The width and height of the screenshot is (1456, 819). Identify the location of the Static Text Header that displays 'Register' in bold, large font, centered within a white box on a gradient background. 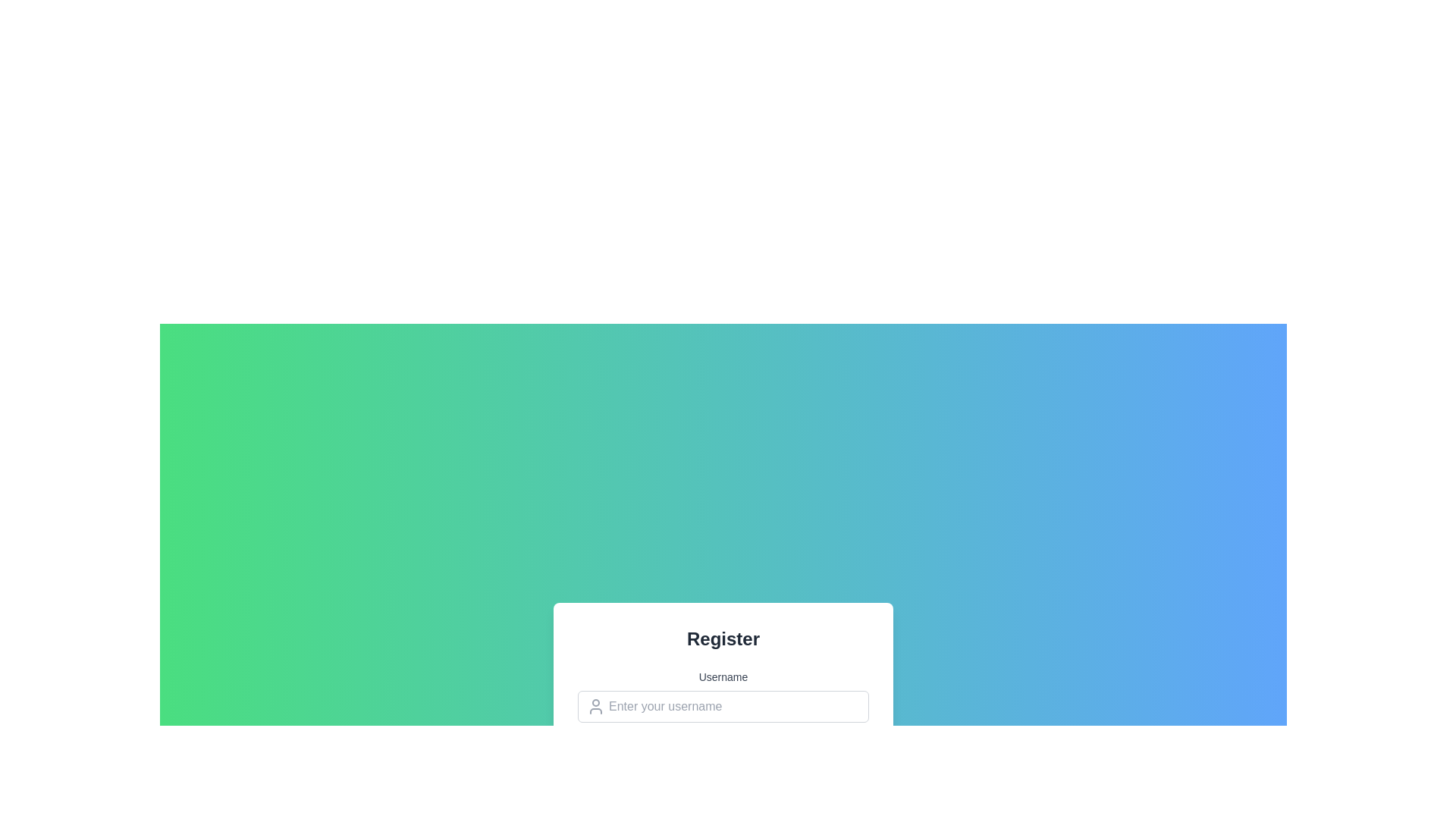
(723, 639).